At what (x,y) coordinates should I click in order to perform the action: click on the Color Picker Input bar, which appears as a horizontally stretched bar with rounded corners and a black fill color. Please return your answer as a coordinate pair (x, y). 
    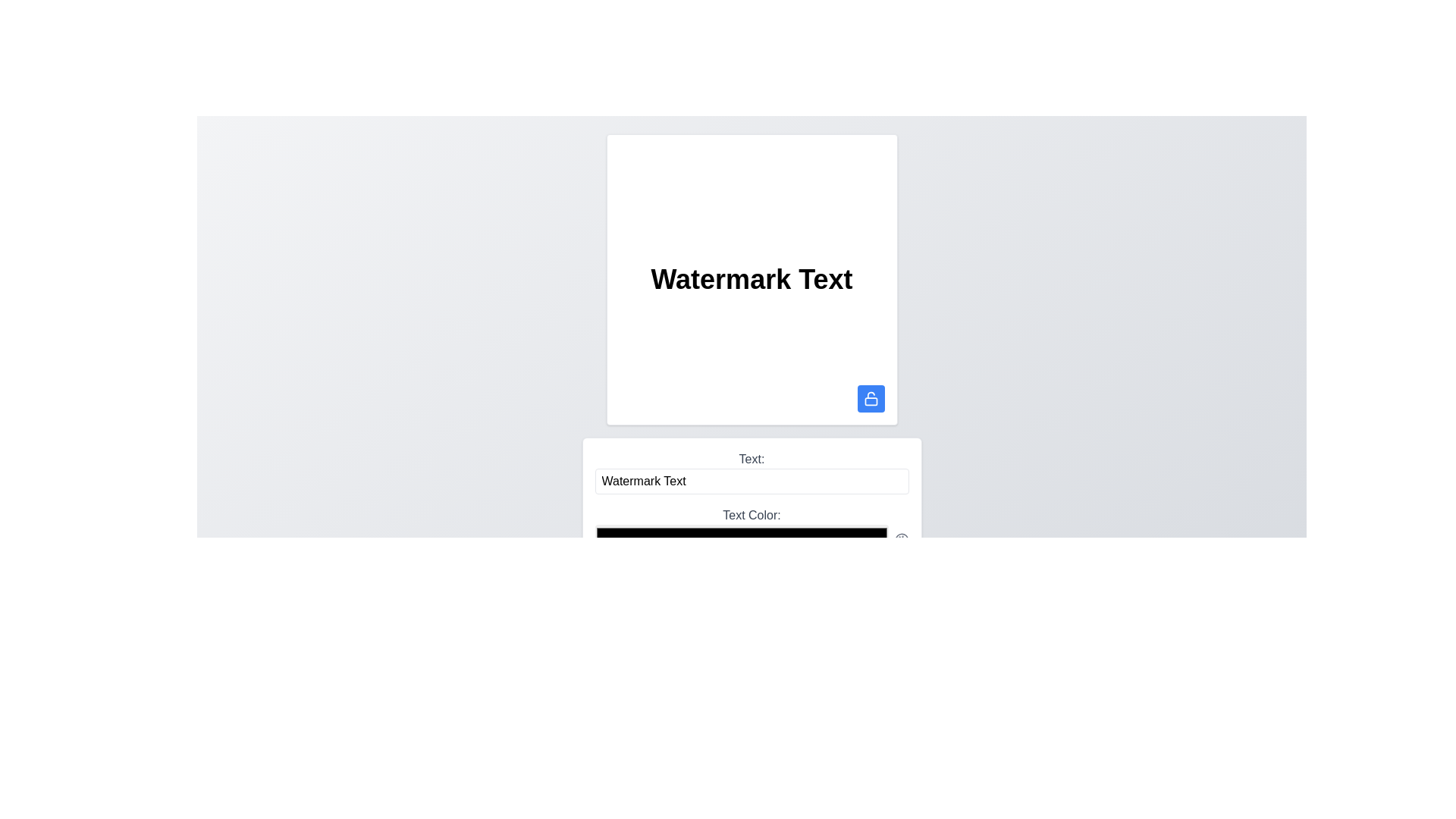
    Looking at the image, I should click on (742, 539).